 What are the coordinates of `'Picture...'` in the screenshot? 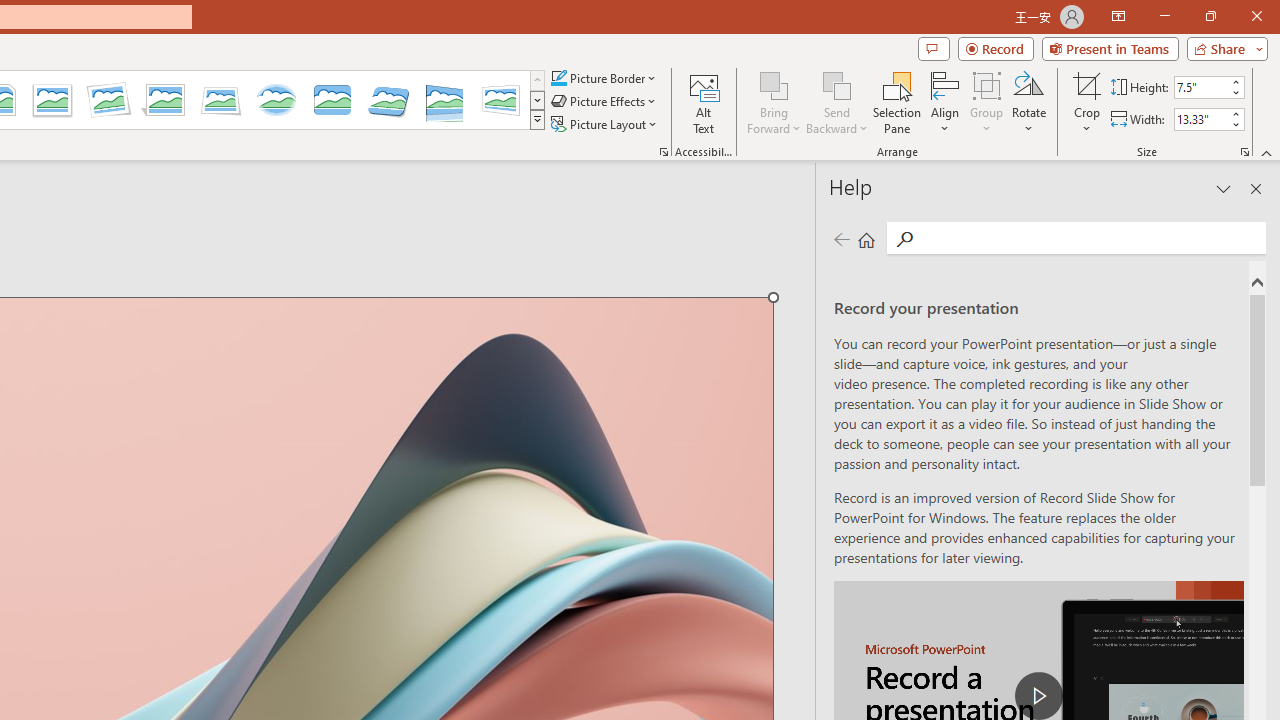 It's located at (663, 150).